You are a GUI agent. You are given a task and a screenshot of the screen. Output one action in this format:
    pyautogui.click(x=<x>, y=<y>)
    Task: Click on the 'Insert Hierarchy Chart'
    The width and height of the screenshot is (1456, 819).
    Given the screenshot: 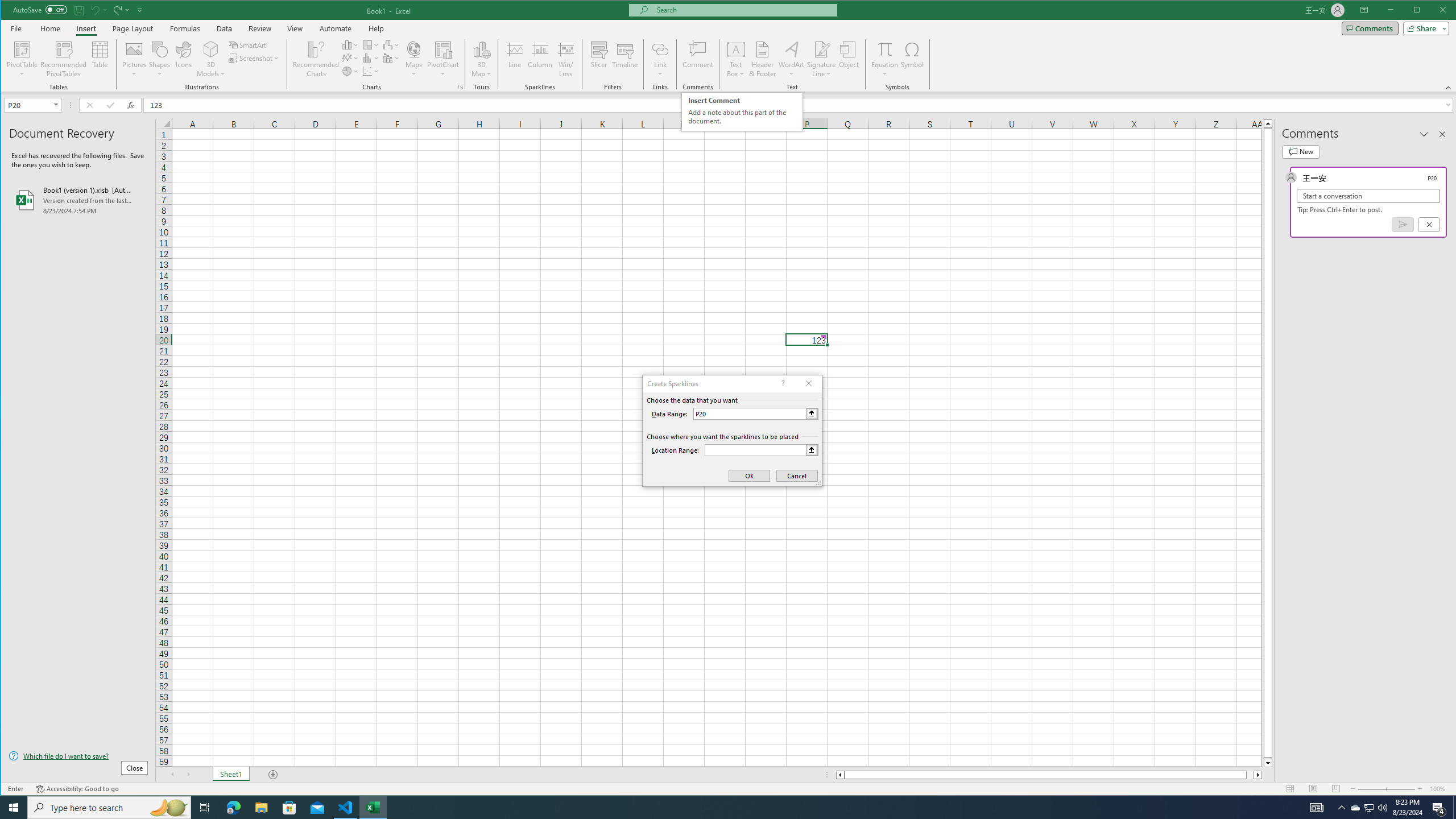 What is the action you would take?
    pyautogui.click(x=371, y=44)
    